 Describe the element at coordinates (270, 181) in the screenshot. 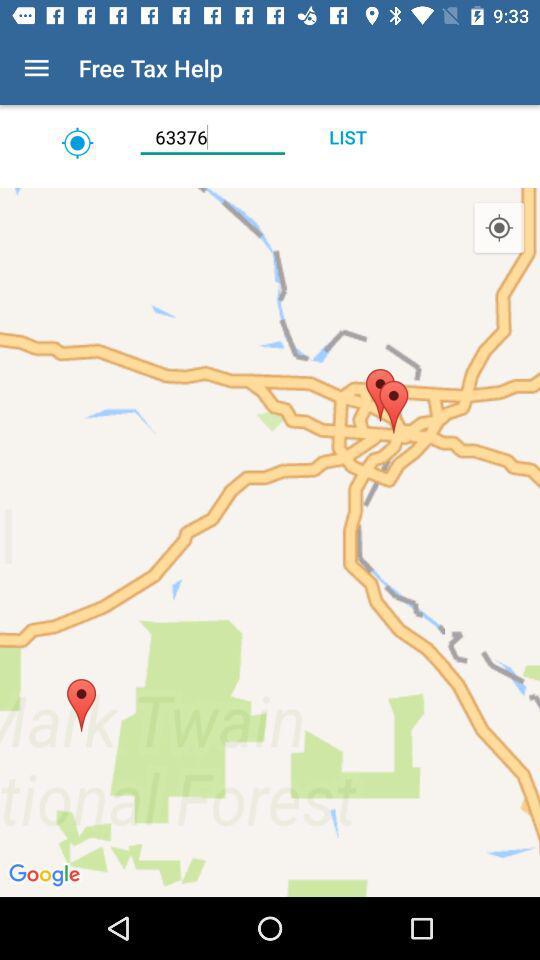

I see `rotate navigation` at that location.